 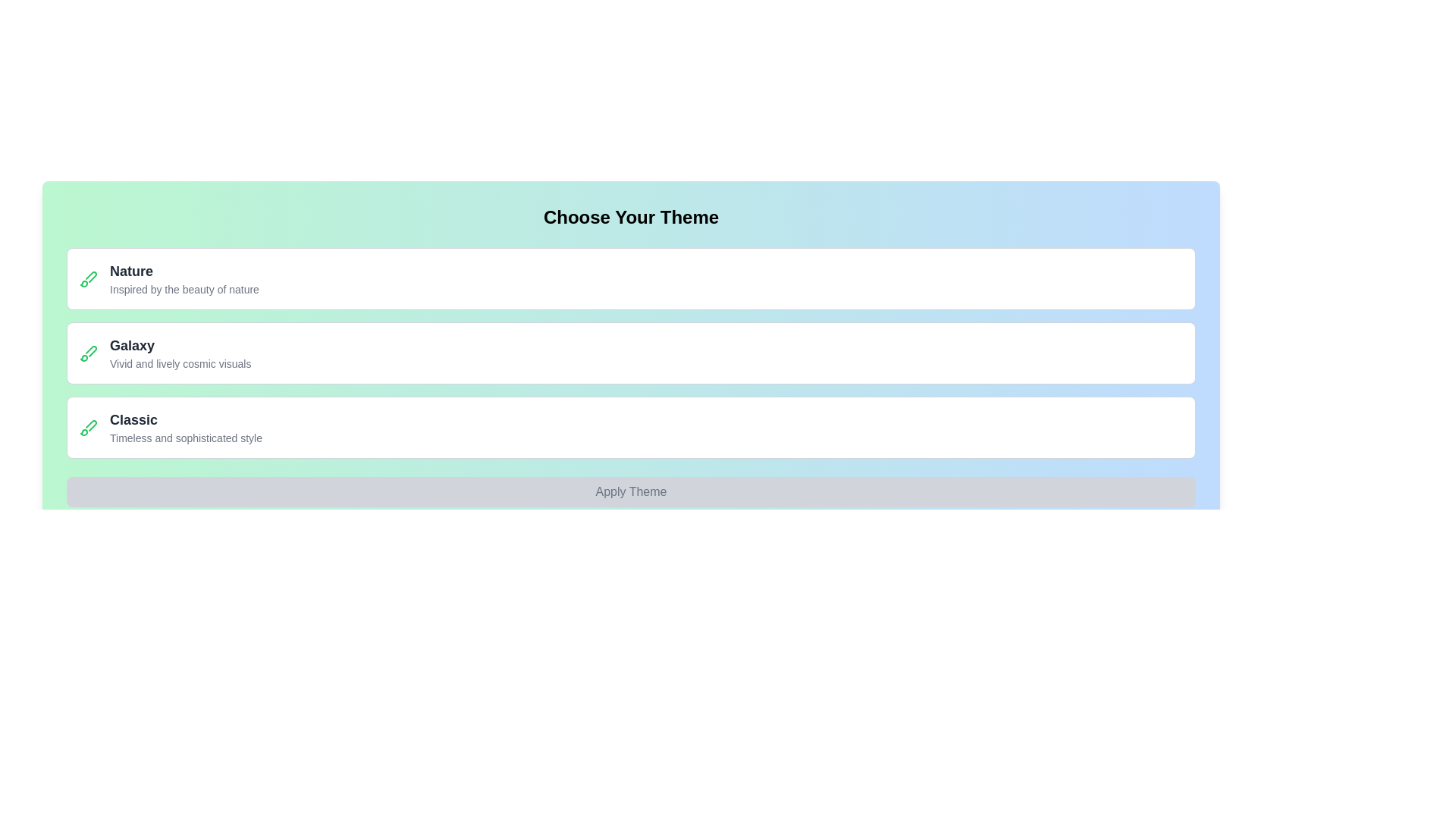 I want to click on the selectable theme option titled 'Classic', which is the third item in the list of theme options, positioned between 'Galaxy' and 'Apply Theme', so click(x=631, y=427).